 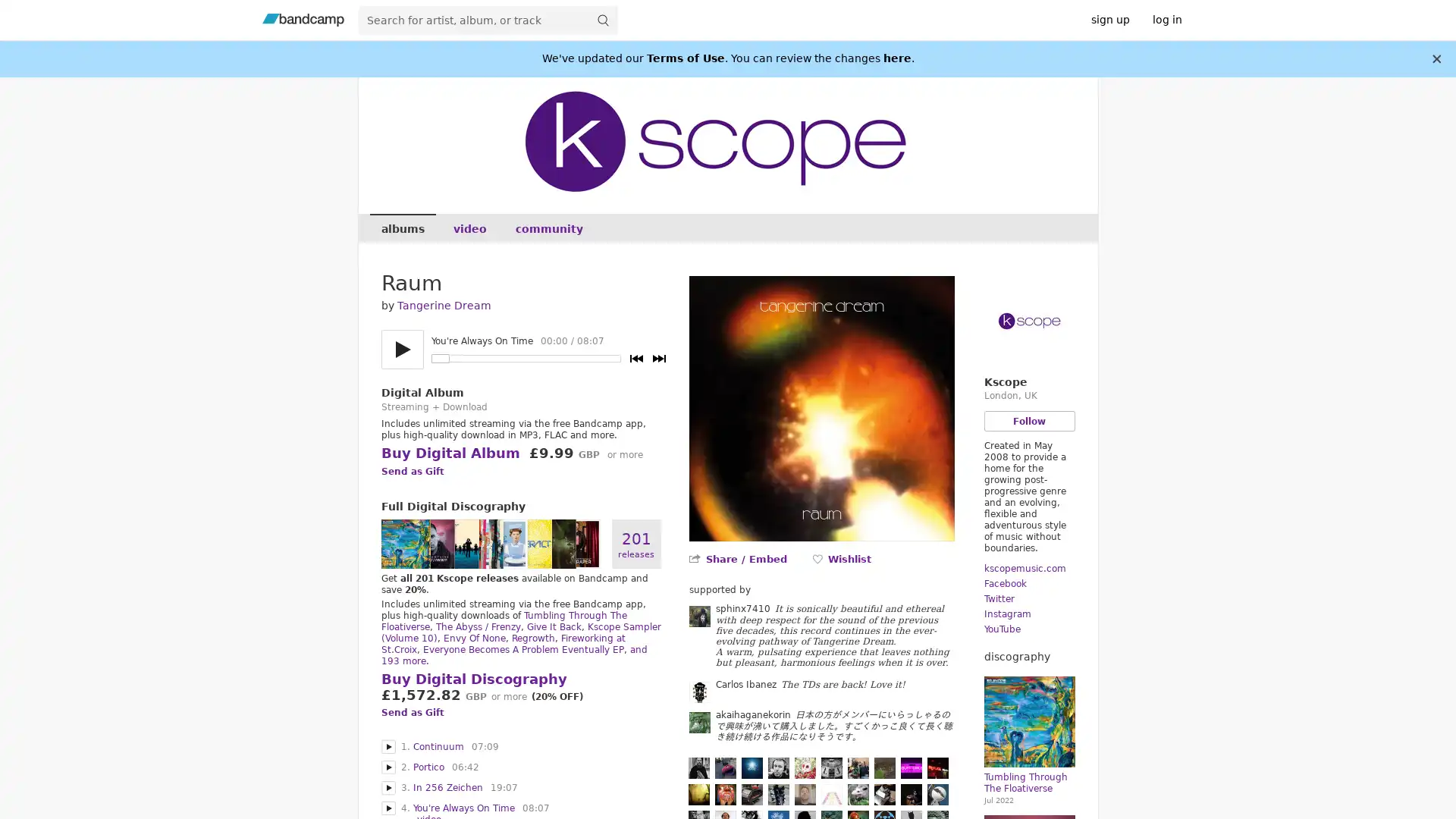 What do you see at coordinates (1029, 421) in the screenshot?
I see `Follow` at bounding box center [1029, 421].